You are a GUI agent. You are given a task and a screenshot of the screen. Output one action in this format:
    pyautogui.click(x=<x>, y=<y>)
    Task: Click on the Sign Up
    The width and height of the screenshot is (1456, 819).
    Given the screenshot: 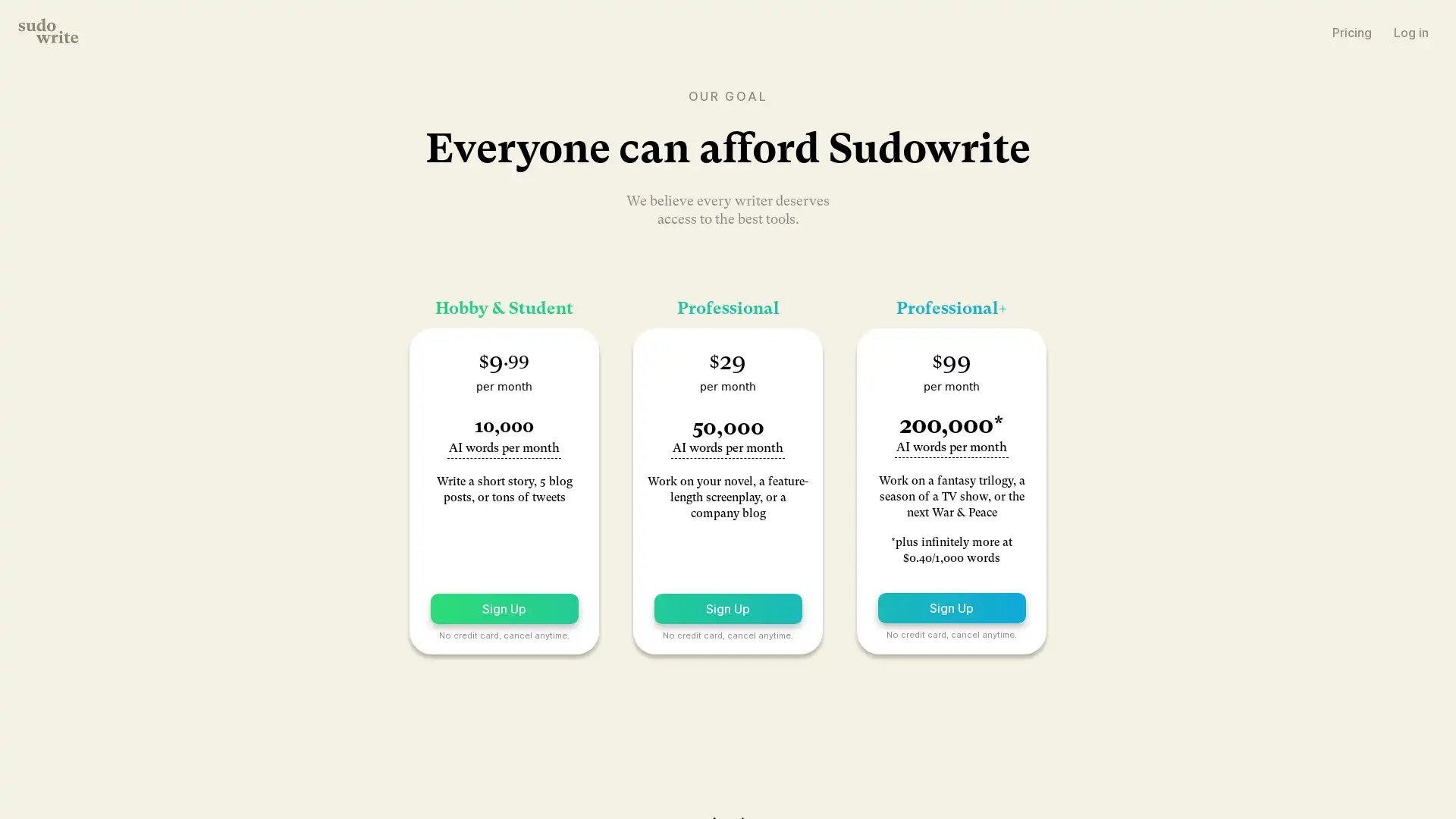 What is the action you would take?
    pyautogui.click(x=726, y=607)
    